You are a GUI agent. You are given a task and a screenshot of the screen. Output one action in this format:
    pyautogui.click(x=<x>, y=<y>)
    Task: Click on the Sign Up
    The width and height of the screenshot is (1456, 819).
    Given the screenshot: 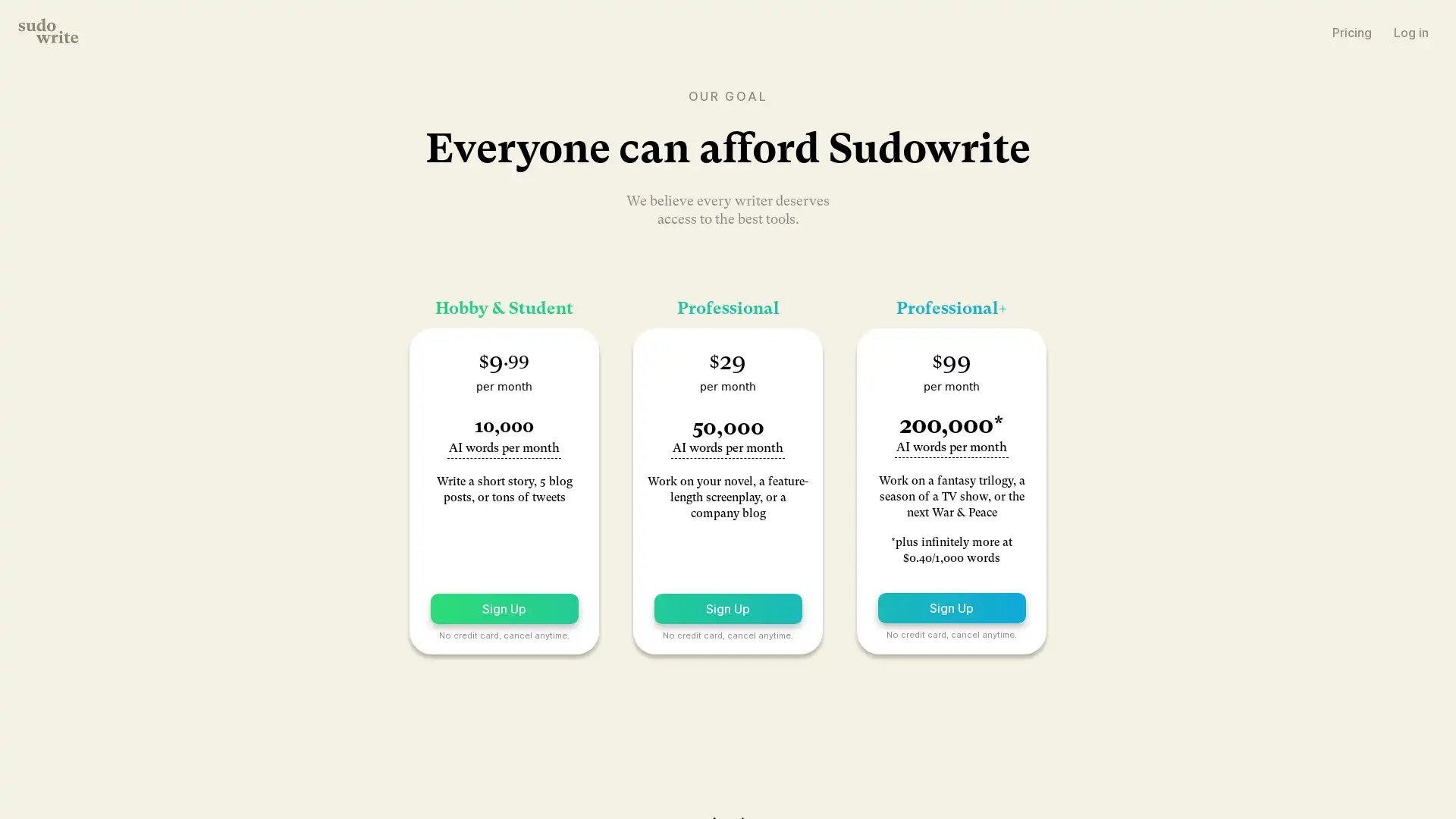 What is the action you would take?
    pyautogui.click(x=726, y=607)
    